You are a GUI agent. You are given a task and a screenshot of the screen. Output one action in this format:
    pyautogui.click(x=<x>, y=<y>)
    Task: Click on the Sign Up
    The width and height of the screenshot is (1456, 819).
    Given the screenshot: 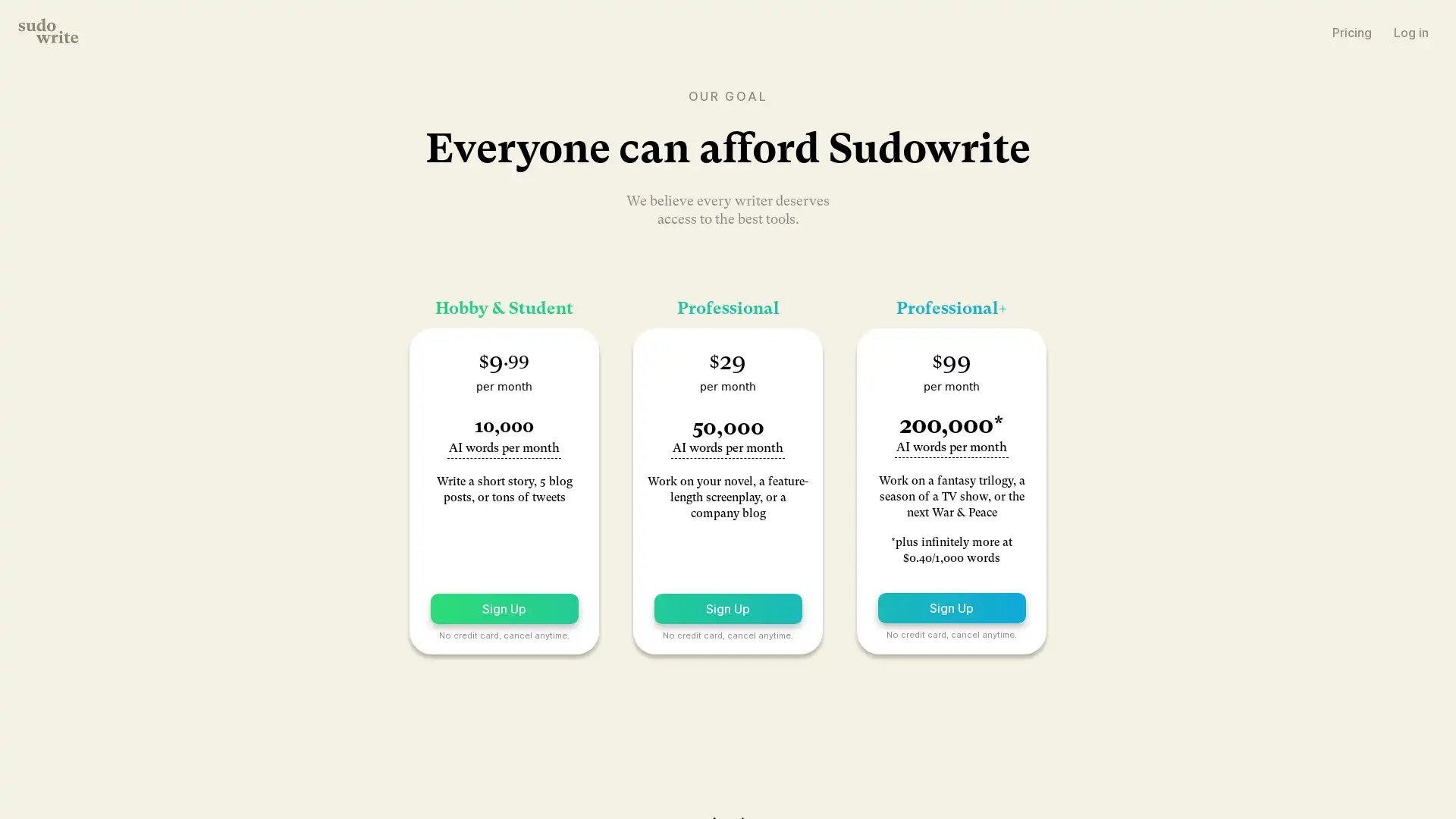 What is the action you would take?
    pyautogui.click(x=726, y=607)
    